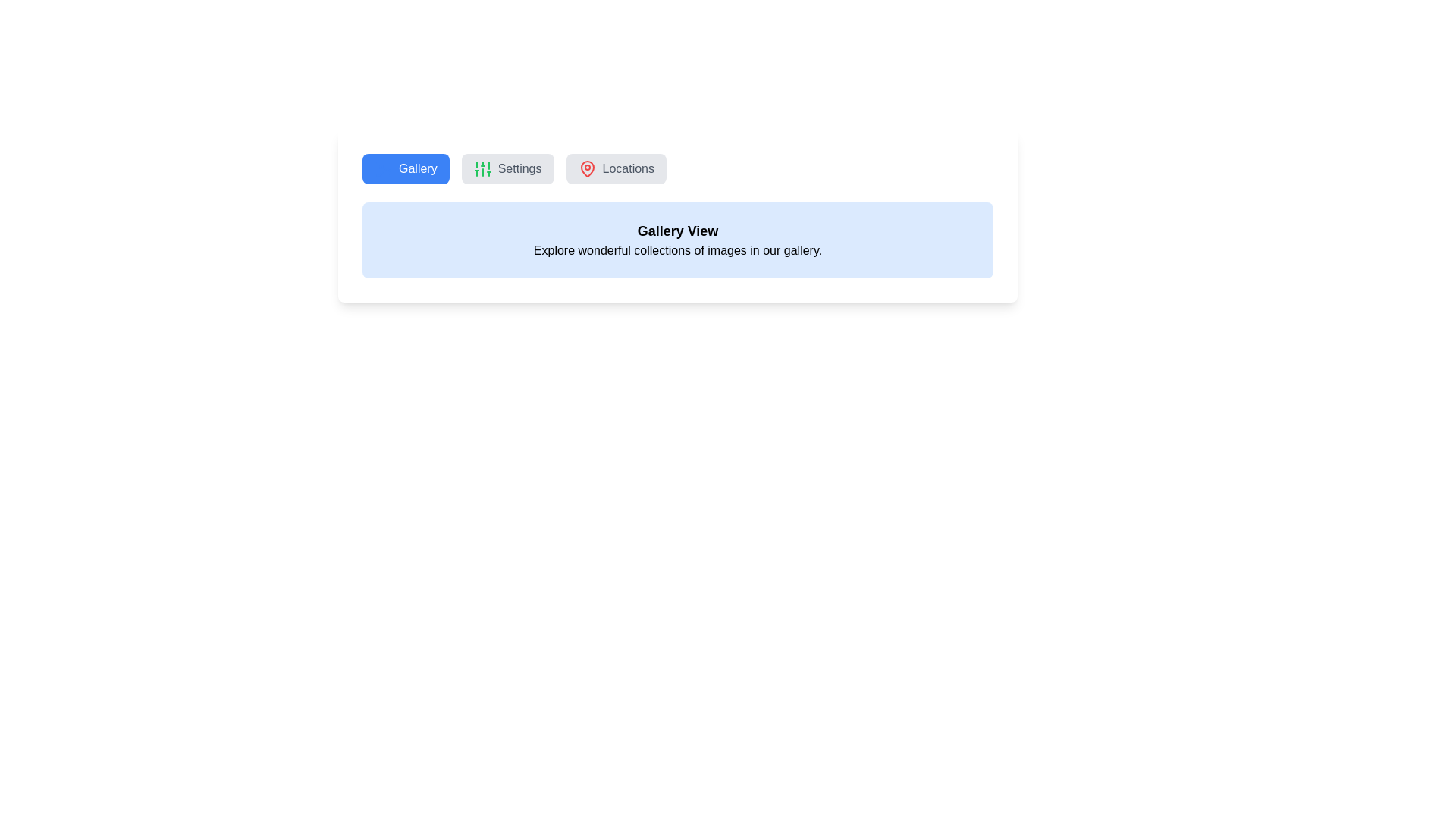  Describe the element at coordinates (406, 169) in the screenshot. I see `the Gallery tab by clicking its corresponding button` at that location.